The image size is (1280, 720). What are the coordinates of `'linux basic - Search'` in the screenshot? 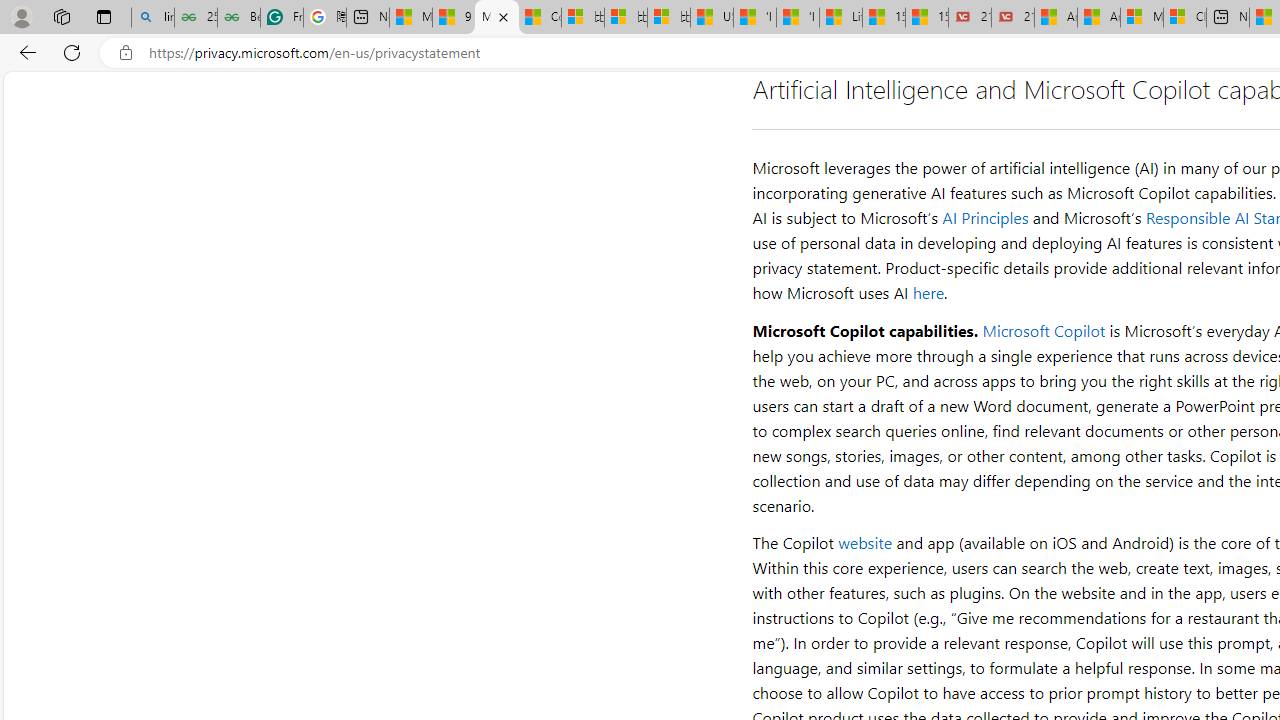 It's located at (151, 17).